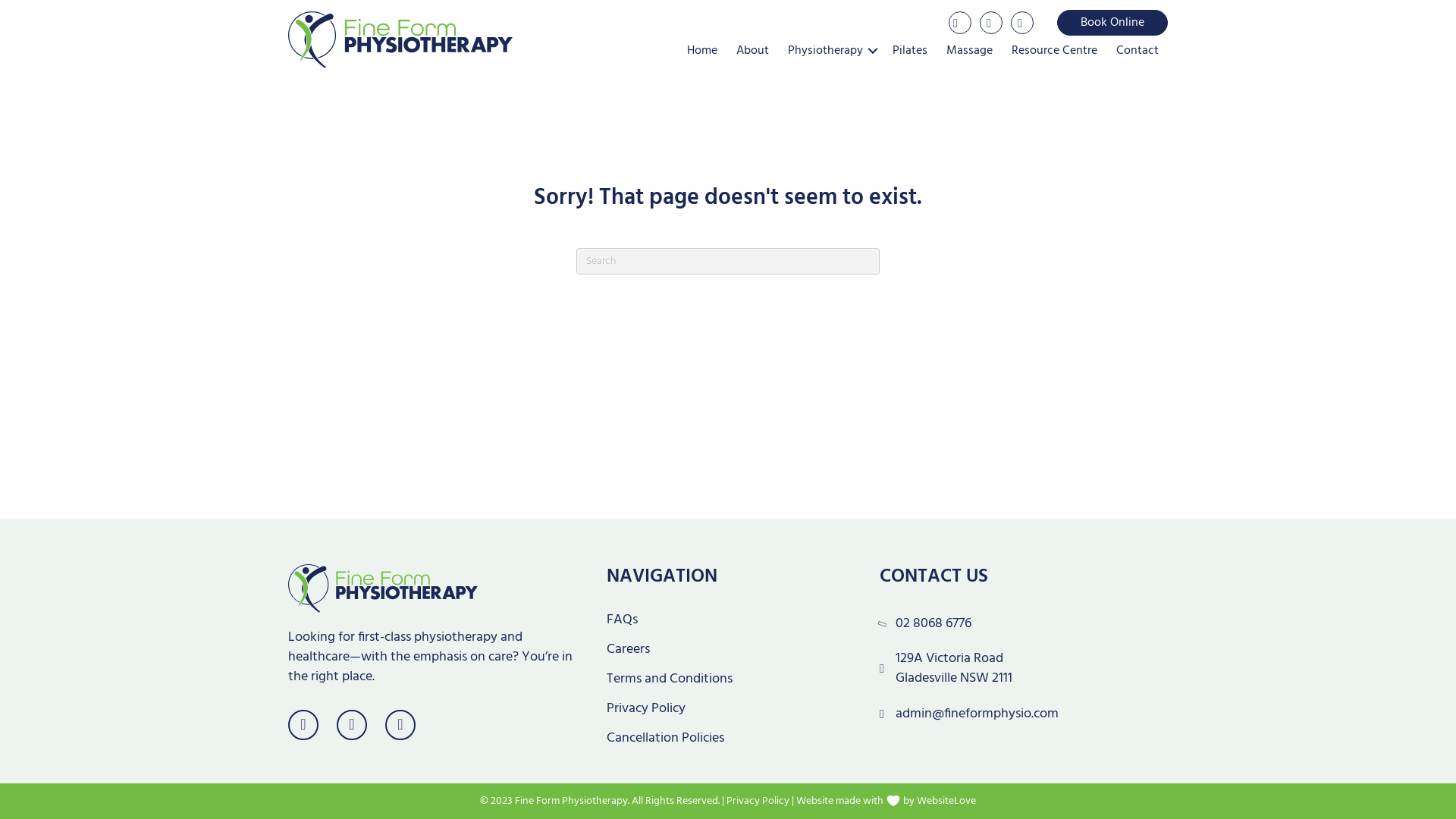  What do you see at coordinates (758, 800) in the screenshot?
I see `'Privacy Policy'` at bounding box center [758, 800].